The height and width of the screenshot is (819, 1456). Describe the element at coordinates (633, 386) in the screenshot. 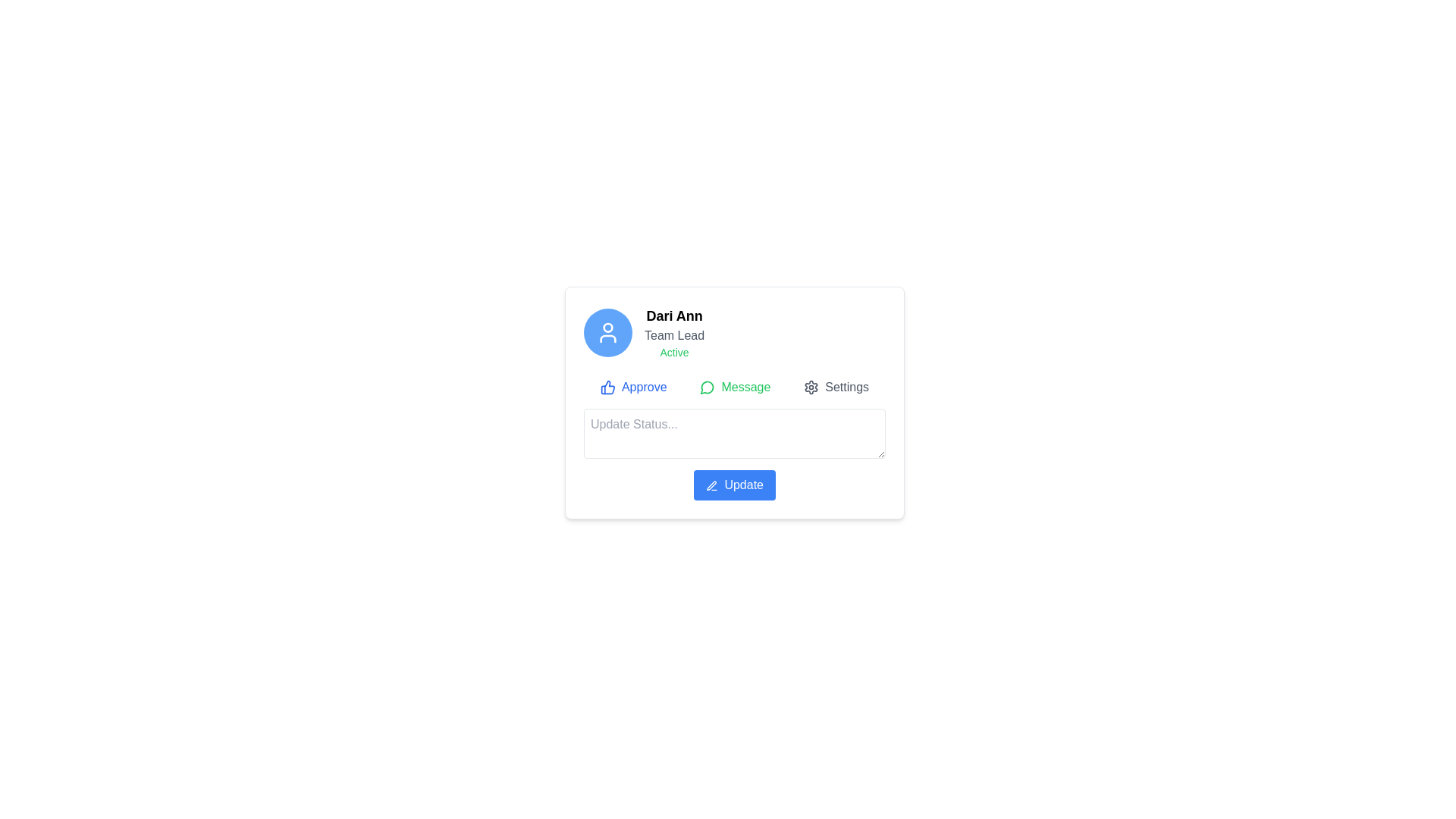

I see `the leftmost approval button` at that location.